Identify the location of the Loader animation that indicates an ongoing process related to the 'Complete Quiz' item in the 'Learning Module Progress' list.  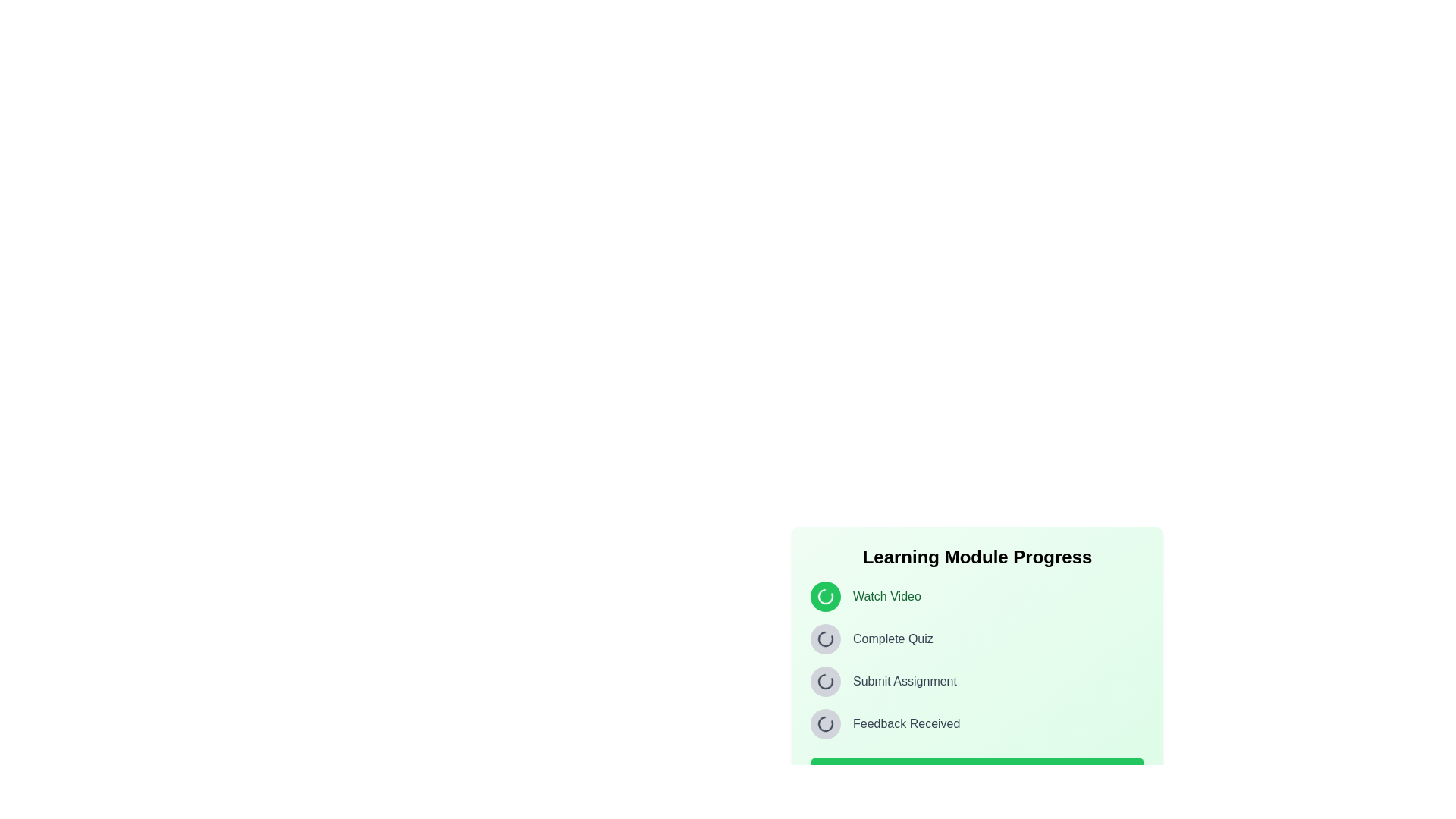
(825, 639).